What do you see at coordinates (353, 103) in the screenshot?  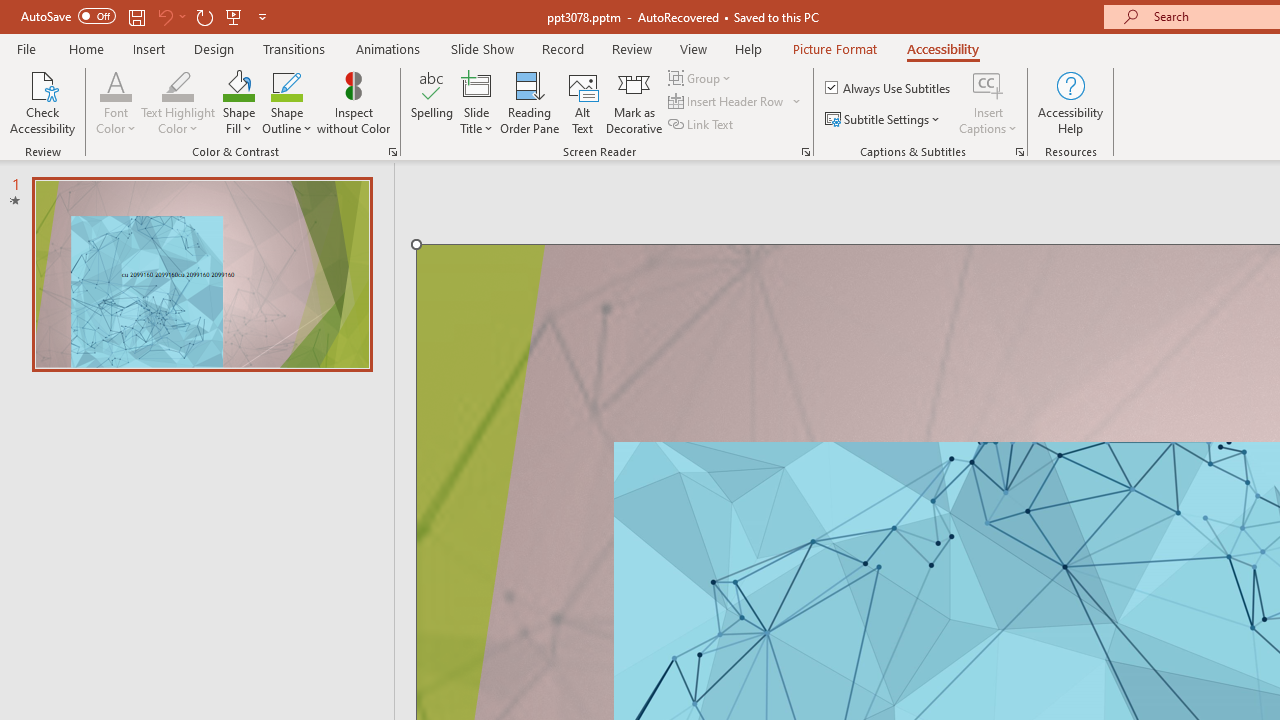 I see `'Inspect without Color'` at bounding box center [353, 103].